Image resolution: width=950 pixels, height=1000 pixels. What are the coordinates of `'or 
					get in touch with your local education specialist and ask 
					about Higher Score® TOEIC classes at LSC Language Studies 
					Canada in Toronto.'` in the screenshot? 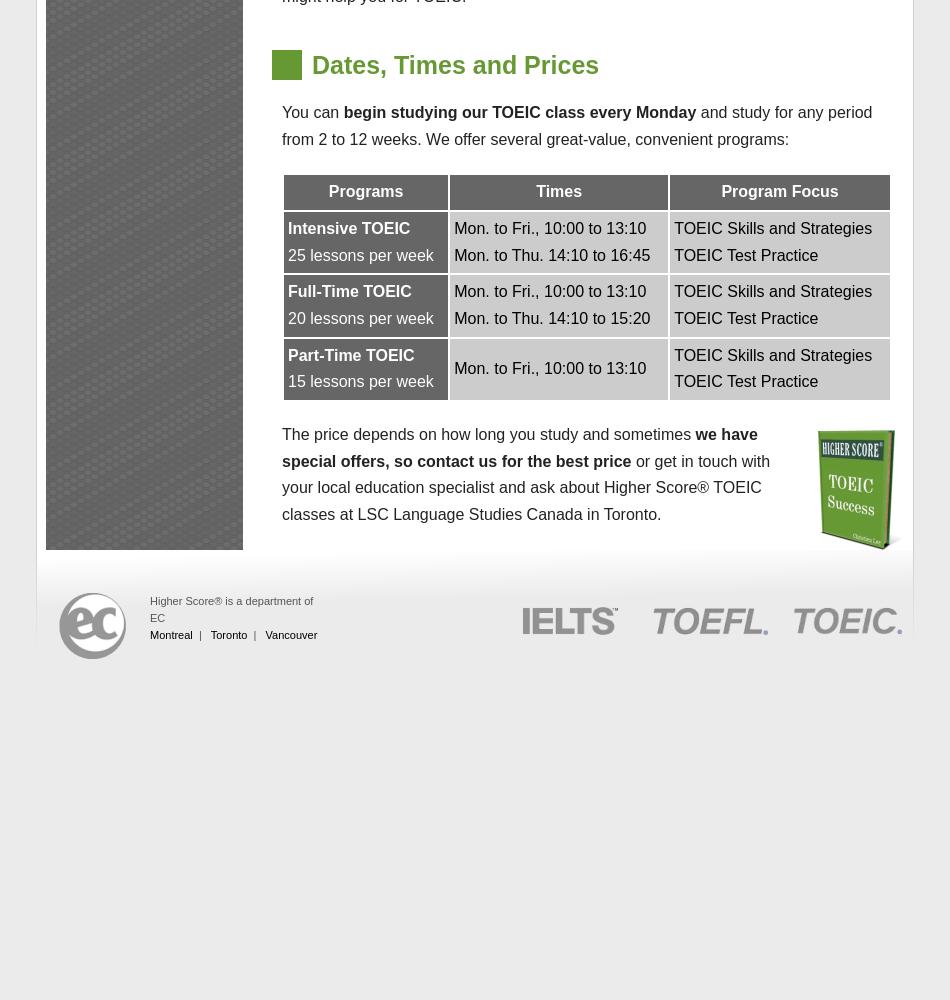 It's located at (280, 486).